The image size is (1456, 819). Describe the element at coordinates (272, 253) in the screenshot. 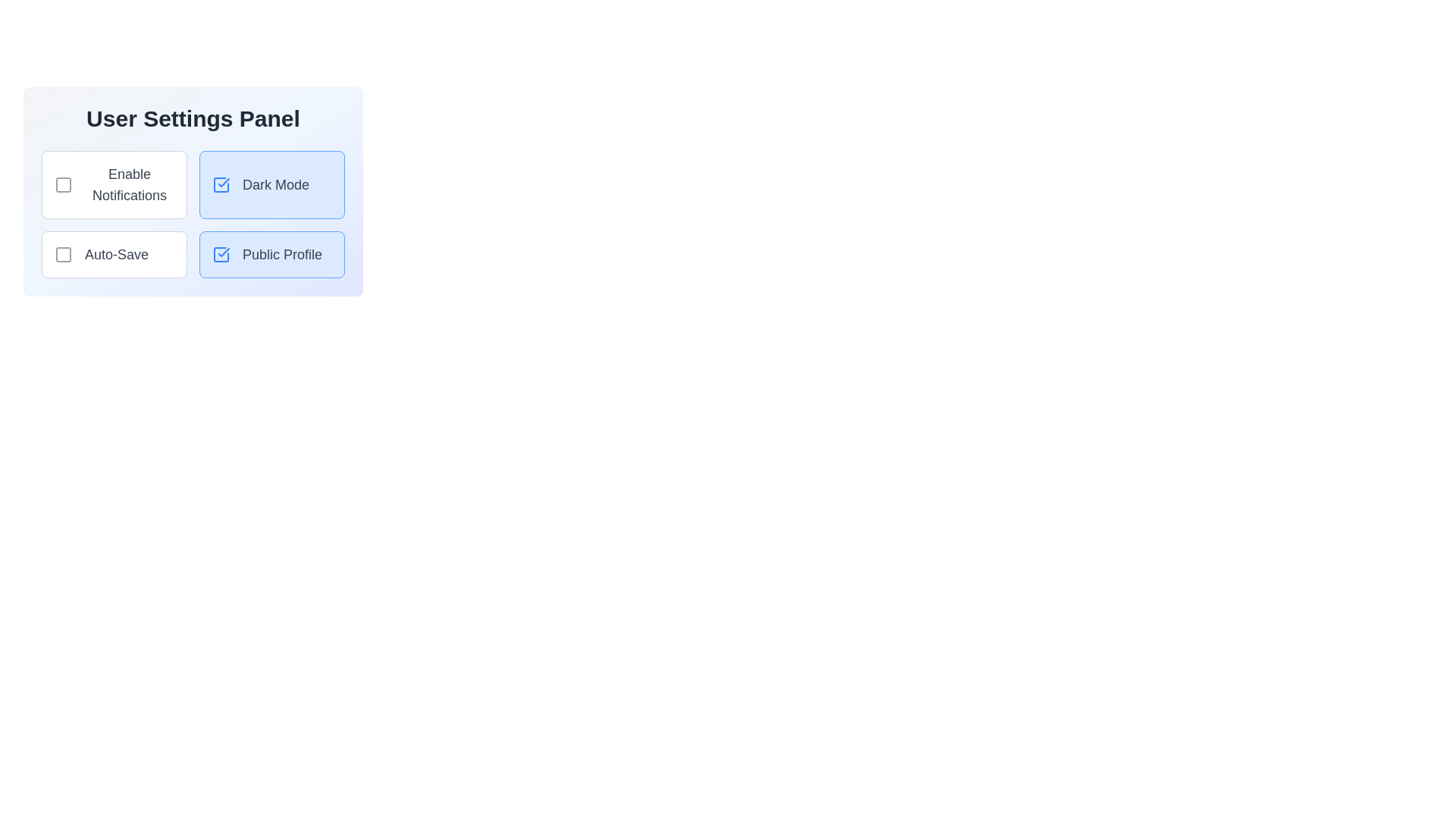

I see `the 'Public Profile' toggle button` at that location.